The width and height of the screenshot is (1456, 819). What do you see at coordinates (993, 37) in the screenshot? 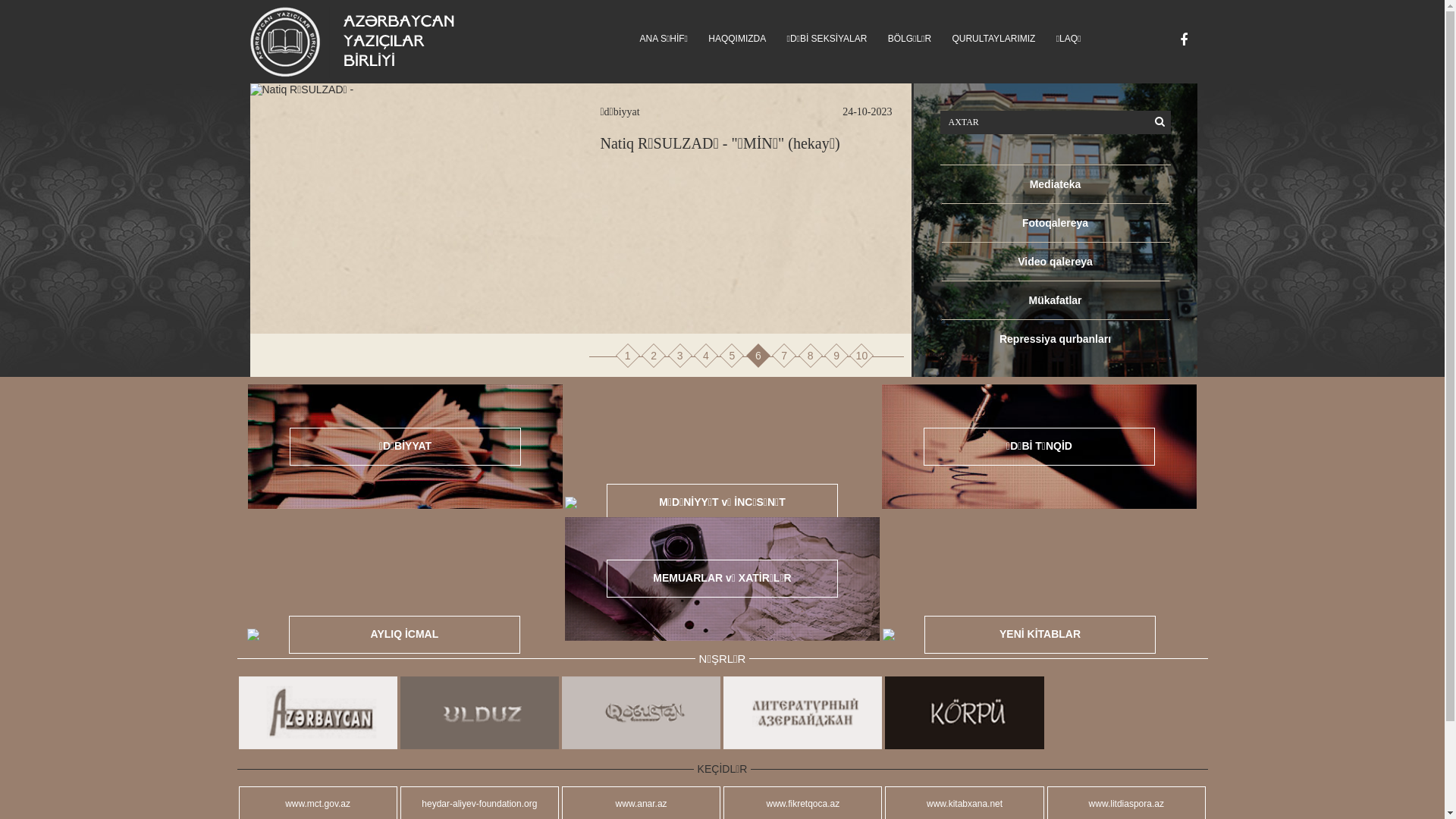
I see `'QURULTAYLARIMIZ'` at bounding box center [993, 37].